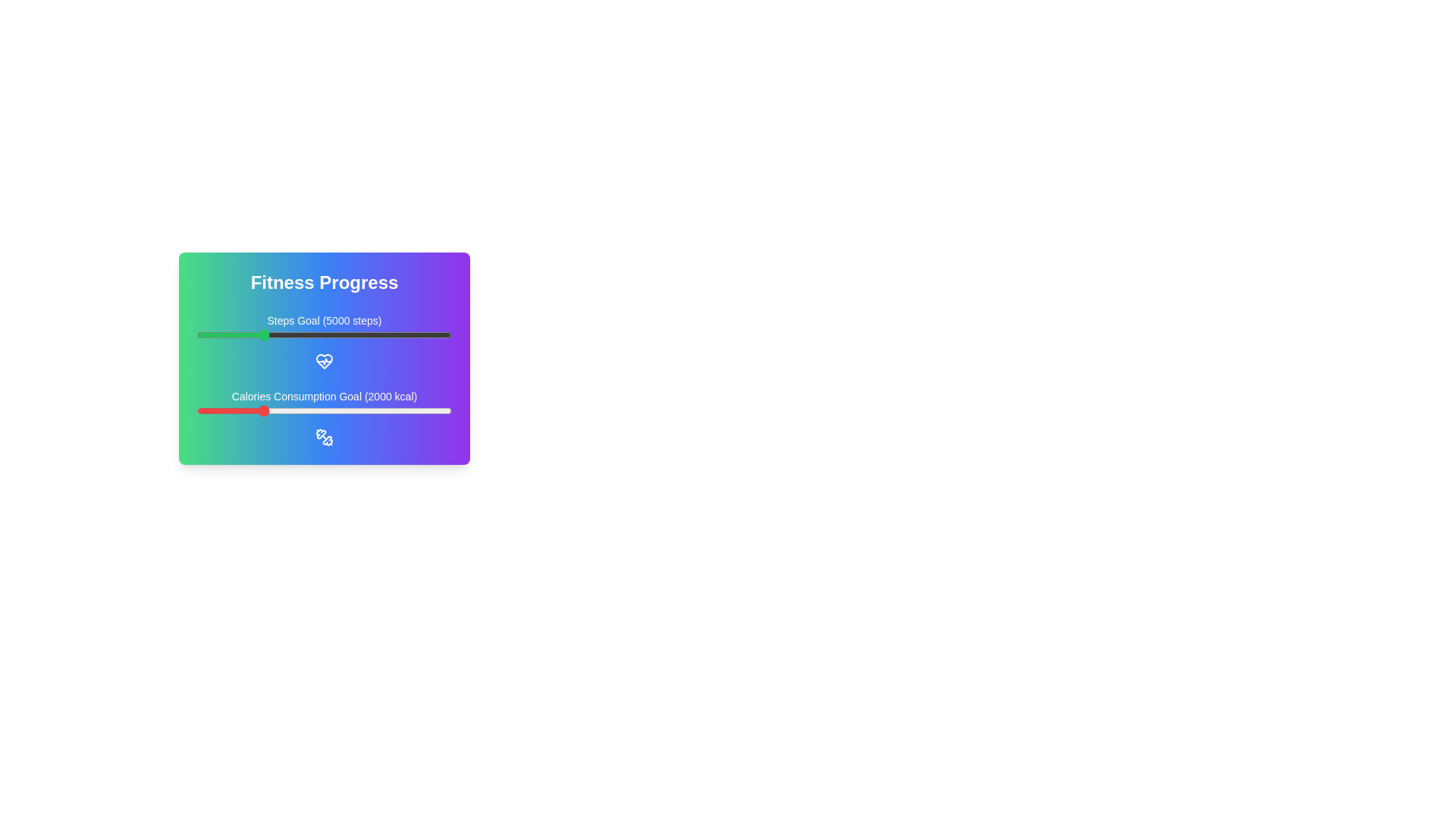  I want to click on the steps goal, so click(387, 334).